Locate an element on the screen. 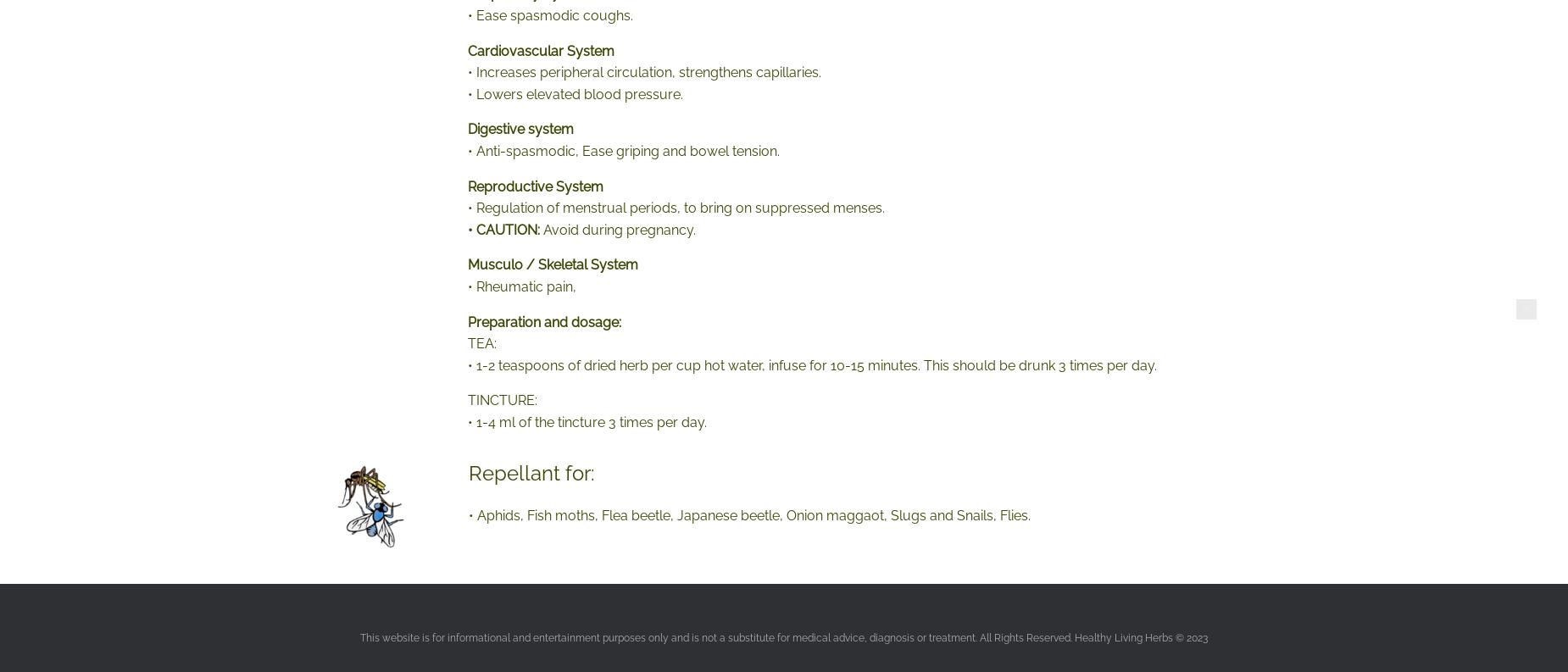 The width and height of the screenshot is (1568, 672). 'Repellant for:' is located at coordinates (531, 472).